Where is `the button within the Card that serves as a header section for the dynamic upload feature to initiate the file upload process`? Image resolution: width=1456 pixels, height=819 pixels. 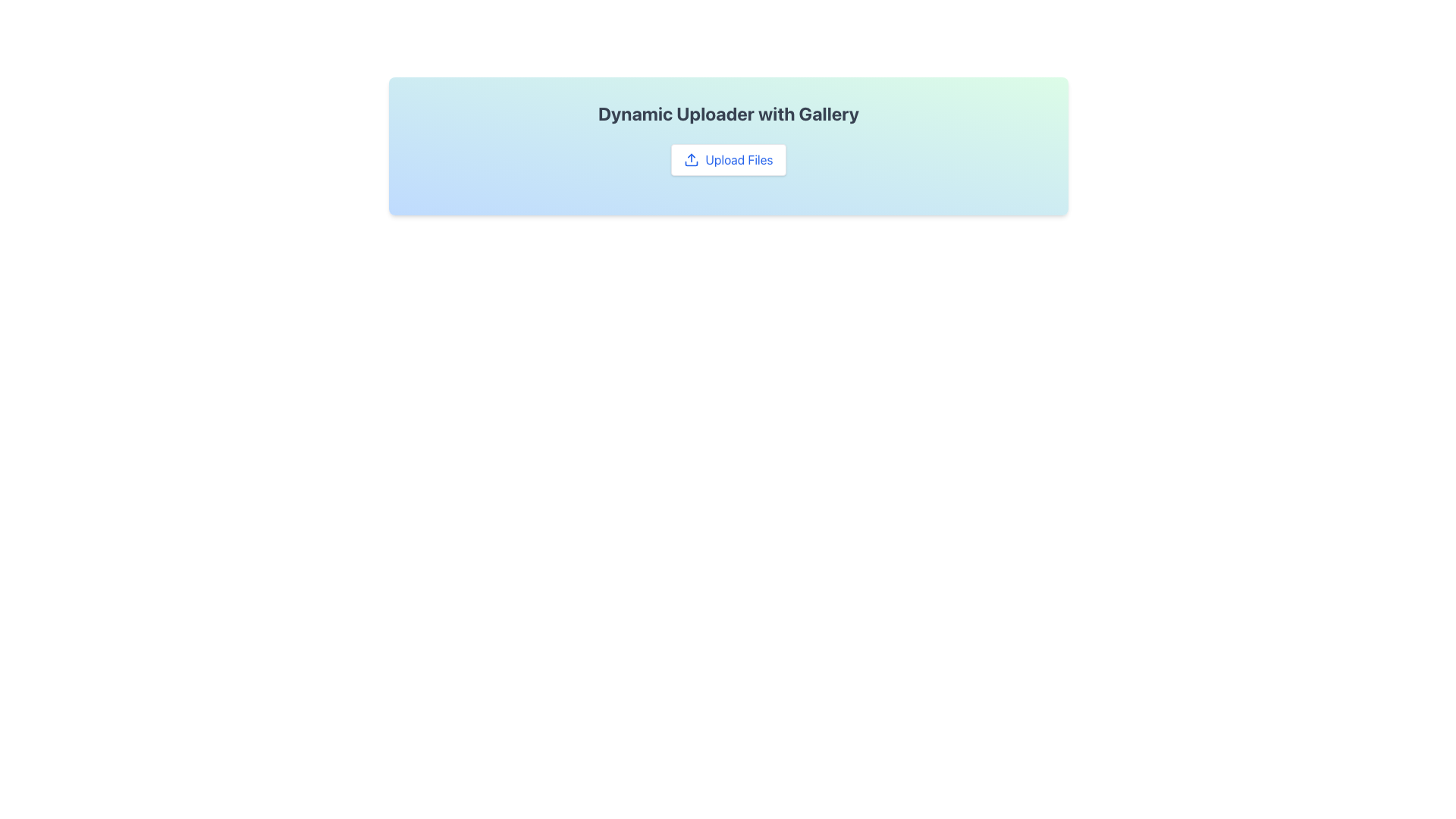 the button within the Card that serves as a header section for the dynamic upload feature to initiate the file upload process is located at coordinates (728, 146).